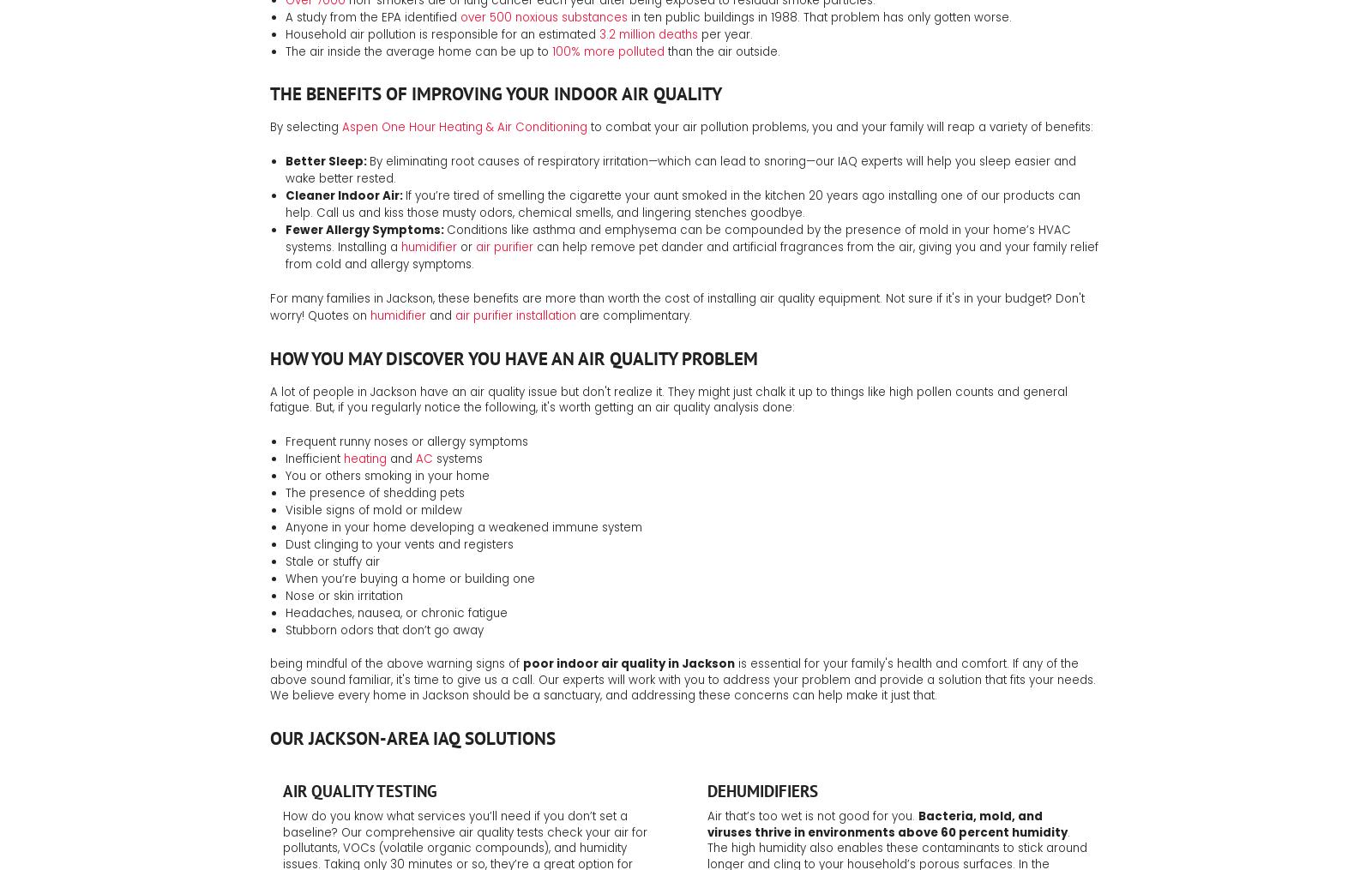 This screenshot has width=1372, height=870. Describe the element at coordinates (285, 237) in the screenshot. I see `'Conditions like asthma and emphysema can be compounded by the presence of mold in your home’s HVAC systems. Installing a'` at that location.